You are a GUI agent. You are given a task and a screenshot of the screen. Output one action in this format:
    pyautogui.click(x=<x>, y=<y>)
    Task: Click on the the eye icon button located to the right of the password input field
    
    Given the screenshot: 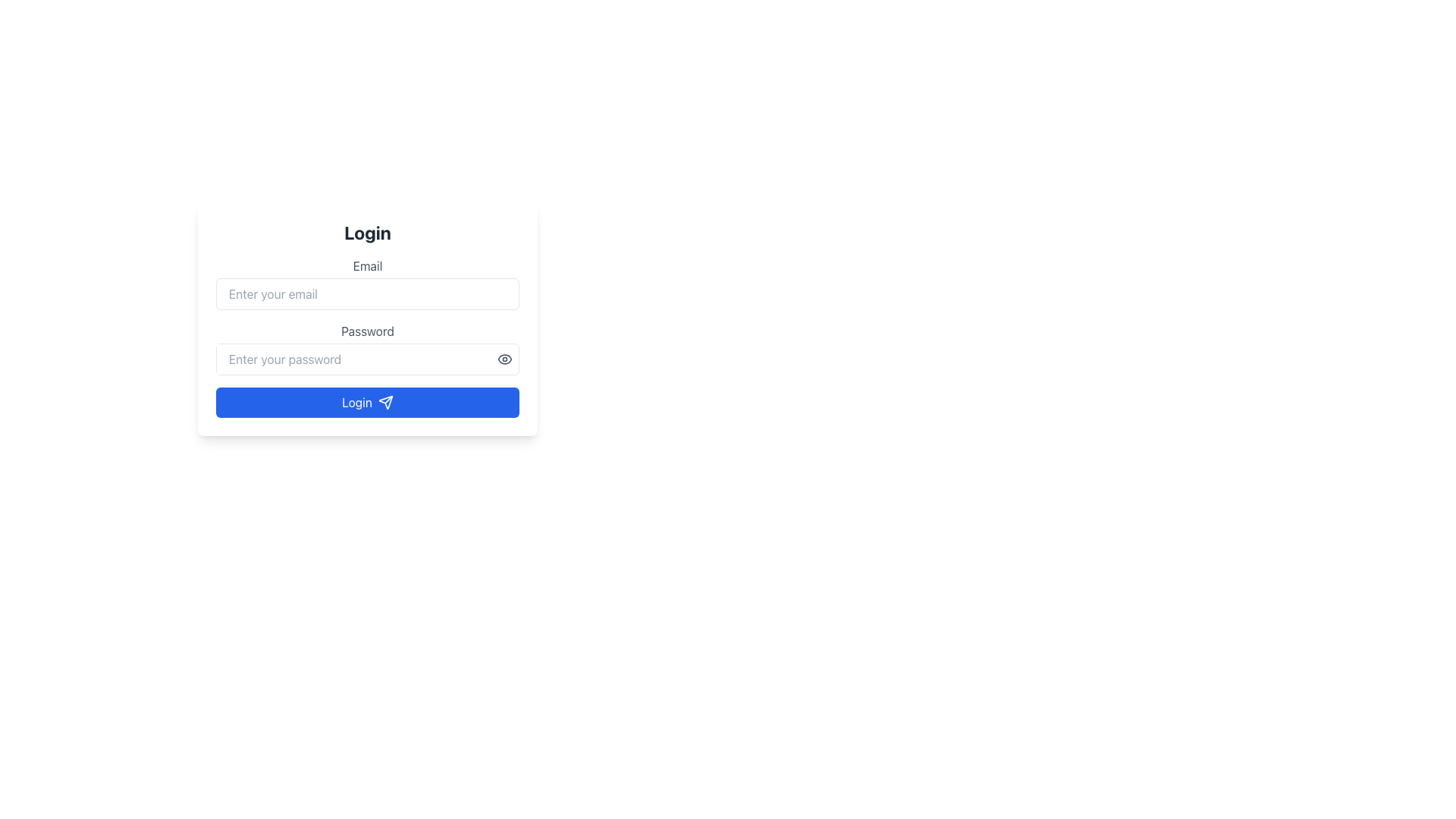 What is the action you would take?
    pyautogui.click(x=505, y=359)
    